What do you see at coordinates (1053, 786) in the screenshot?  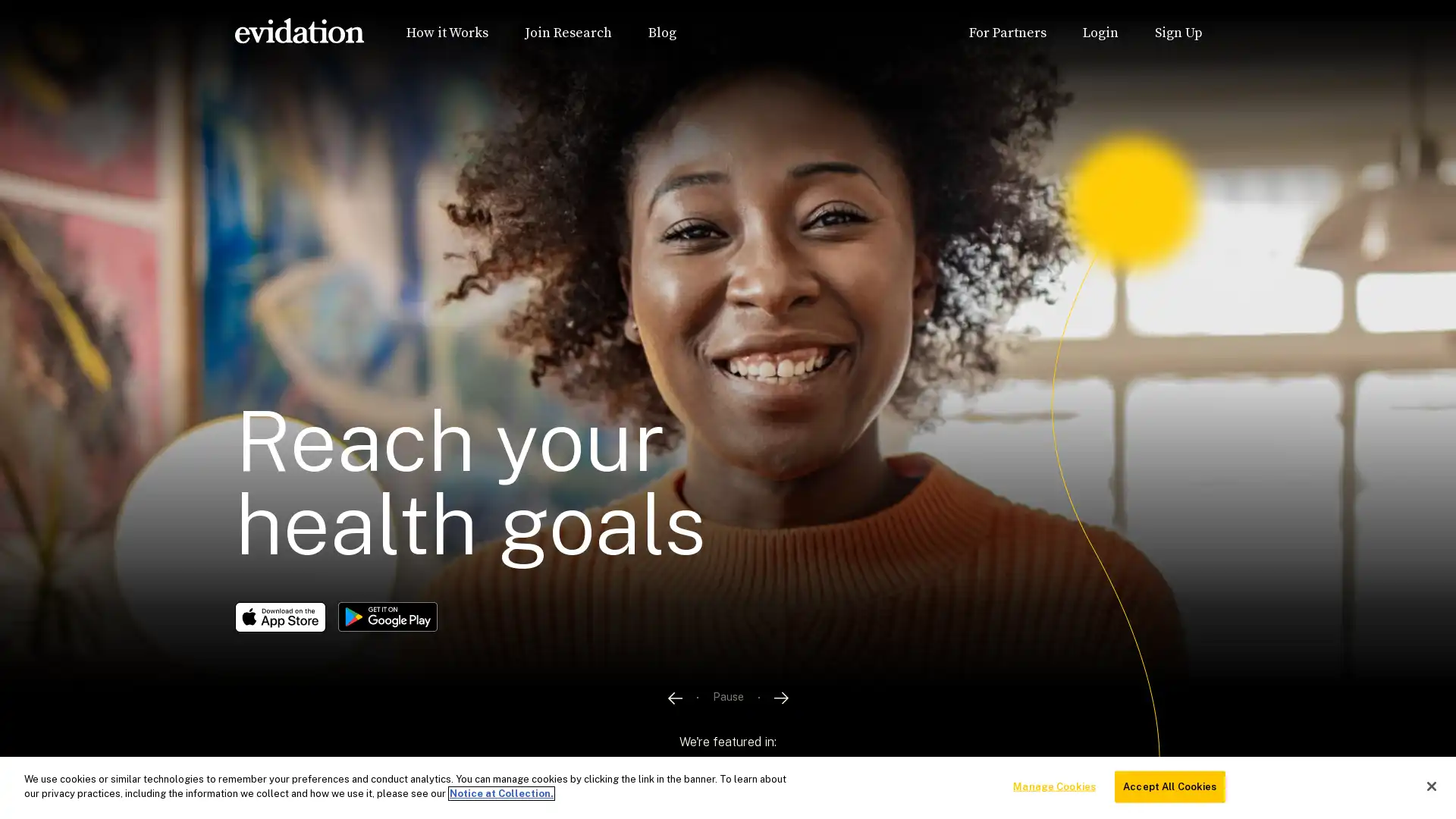 I see `Manage Cookies` at bounding box center [1053, 786].